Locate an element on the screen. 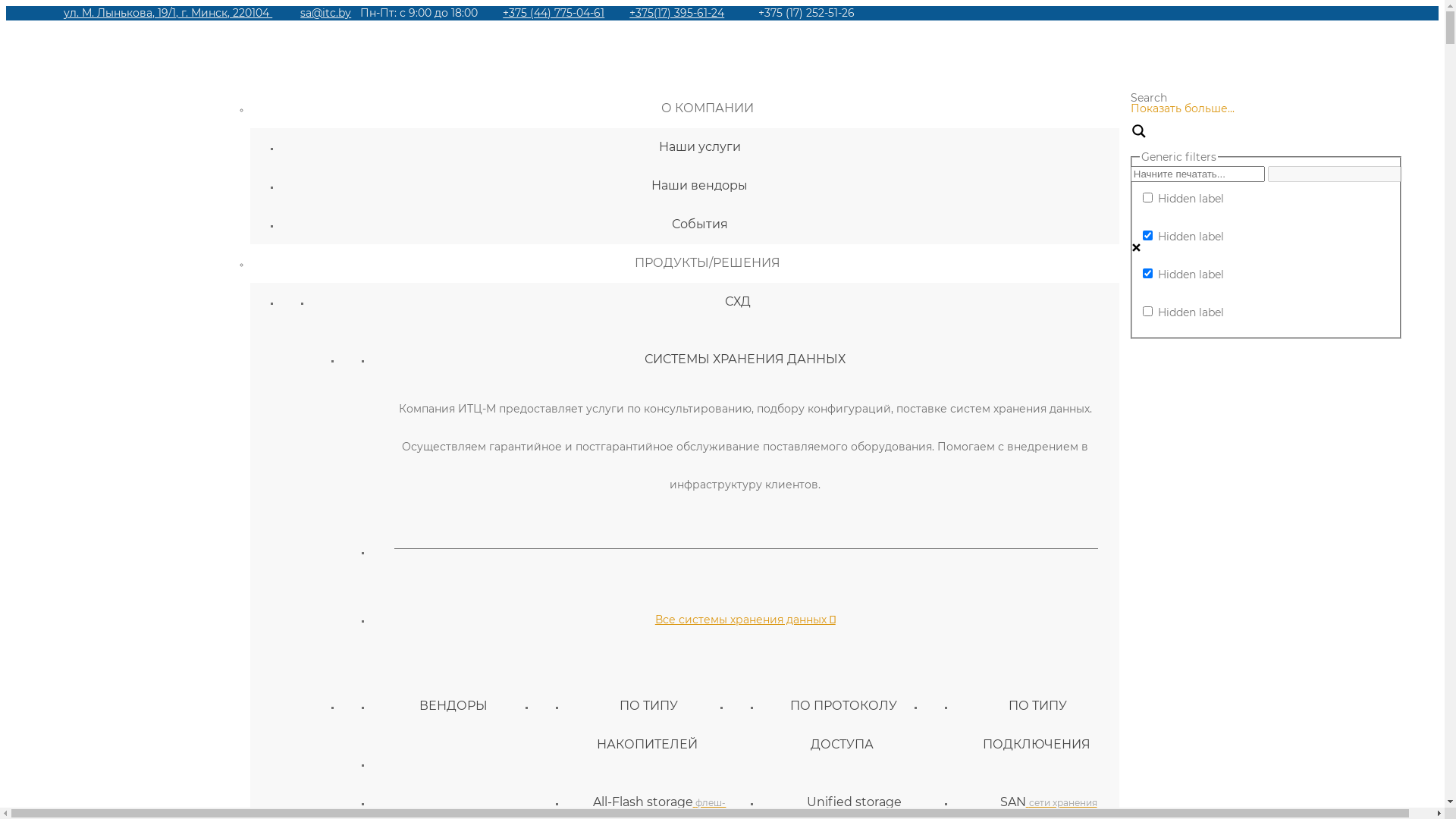 The width and height of the screenshot is (1456, 819). '+375(17) 395-61-24' is located at coordinates (676, 12).